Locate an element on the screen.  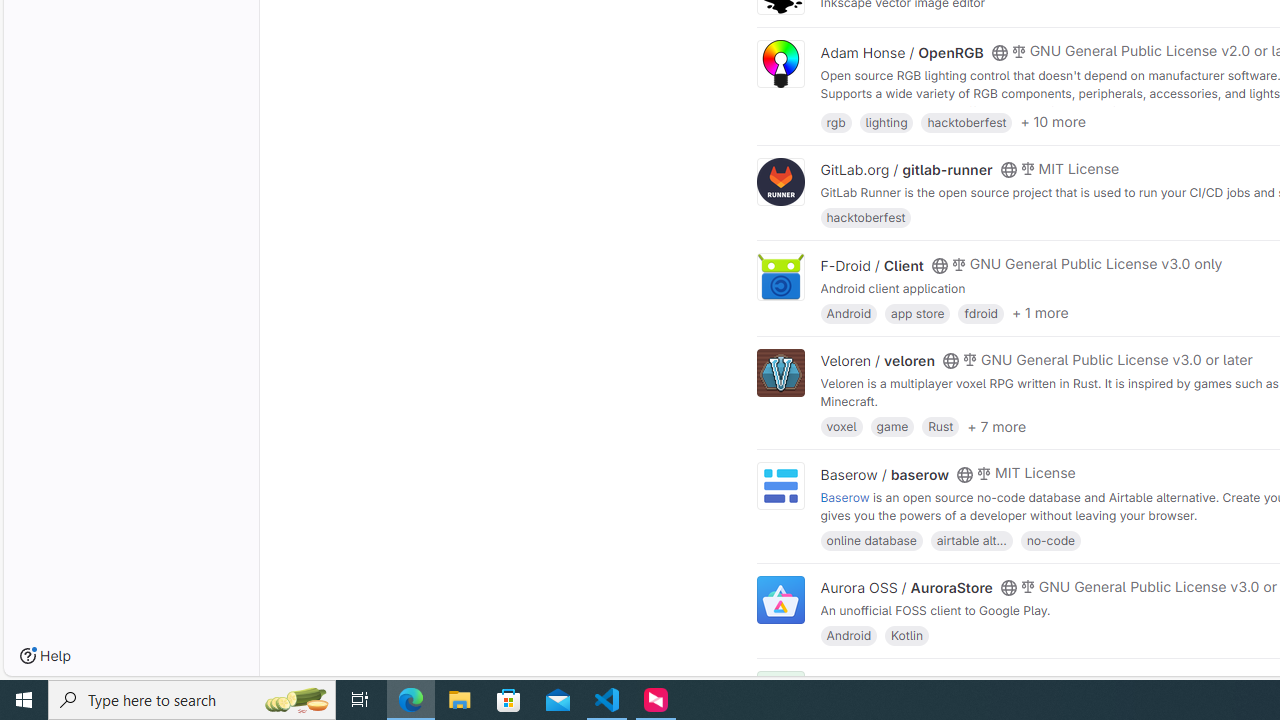
'Kotlin' is located at coordinates (906, 635).